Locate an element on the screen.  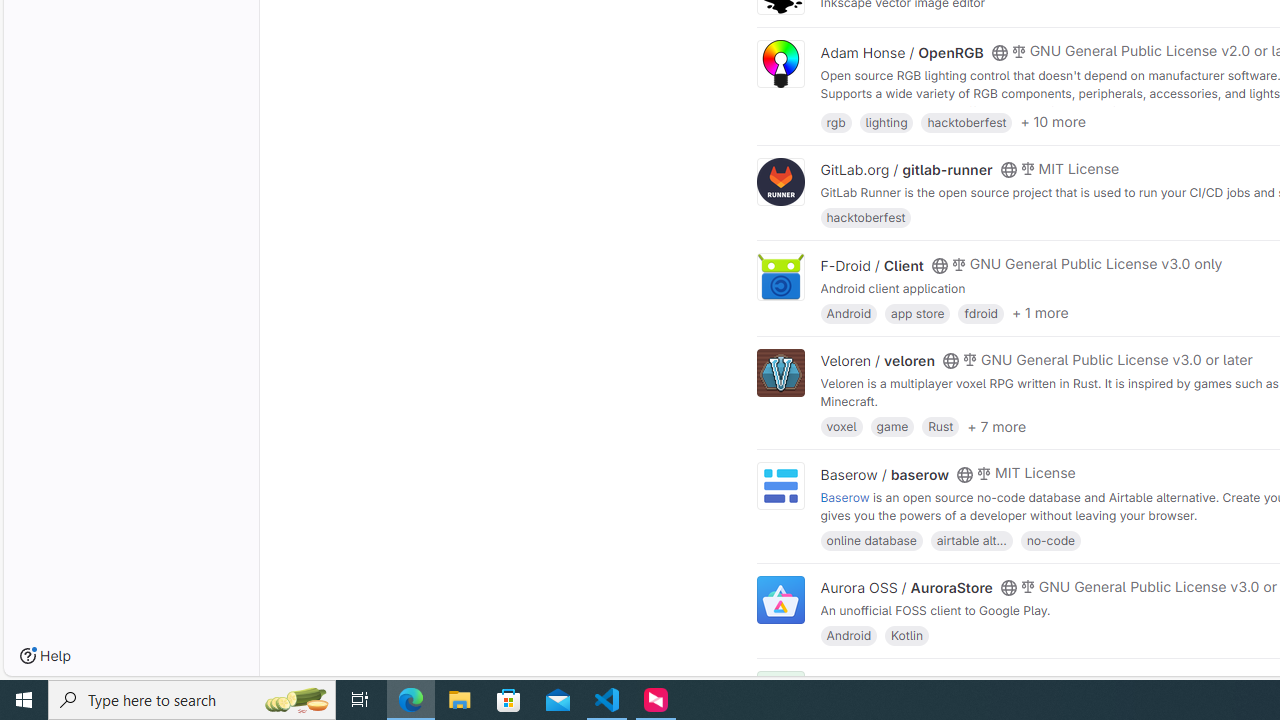
'Kotlin' is located at coordinates (906, 635).